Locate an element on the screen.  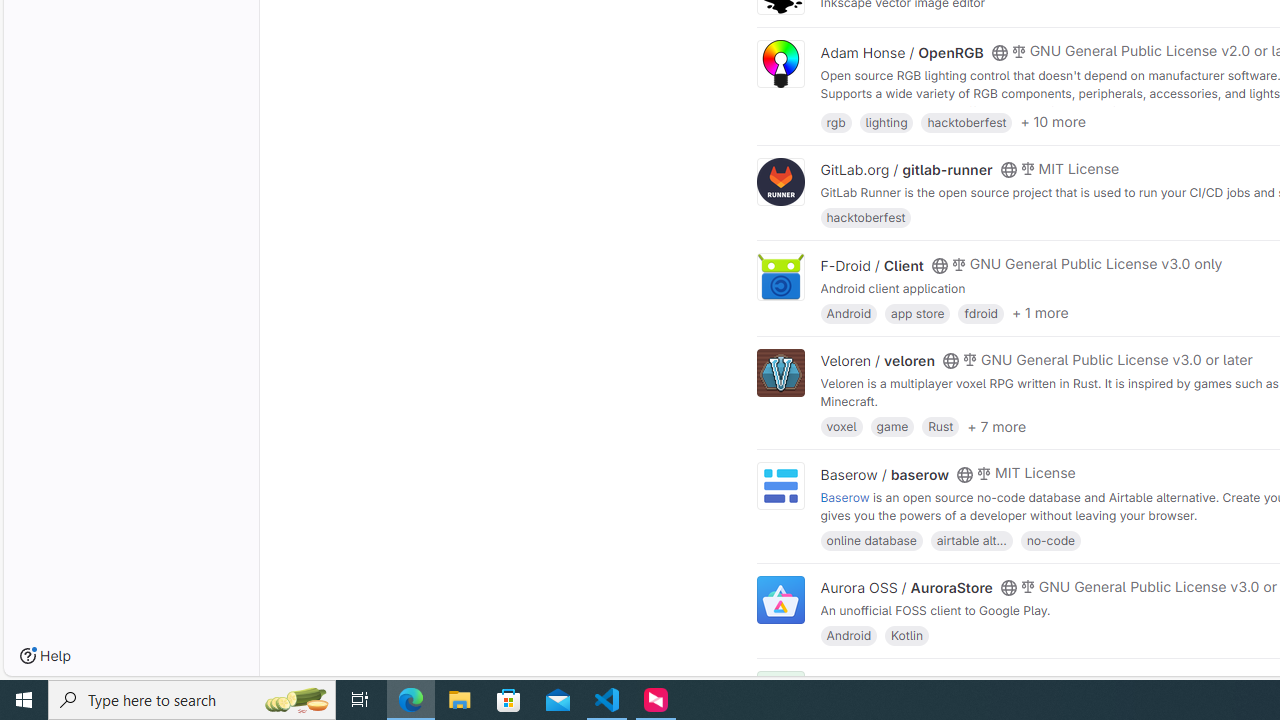
'Kotlin' is located at coordinates (906, 635).